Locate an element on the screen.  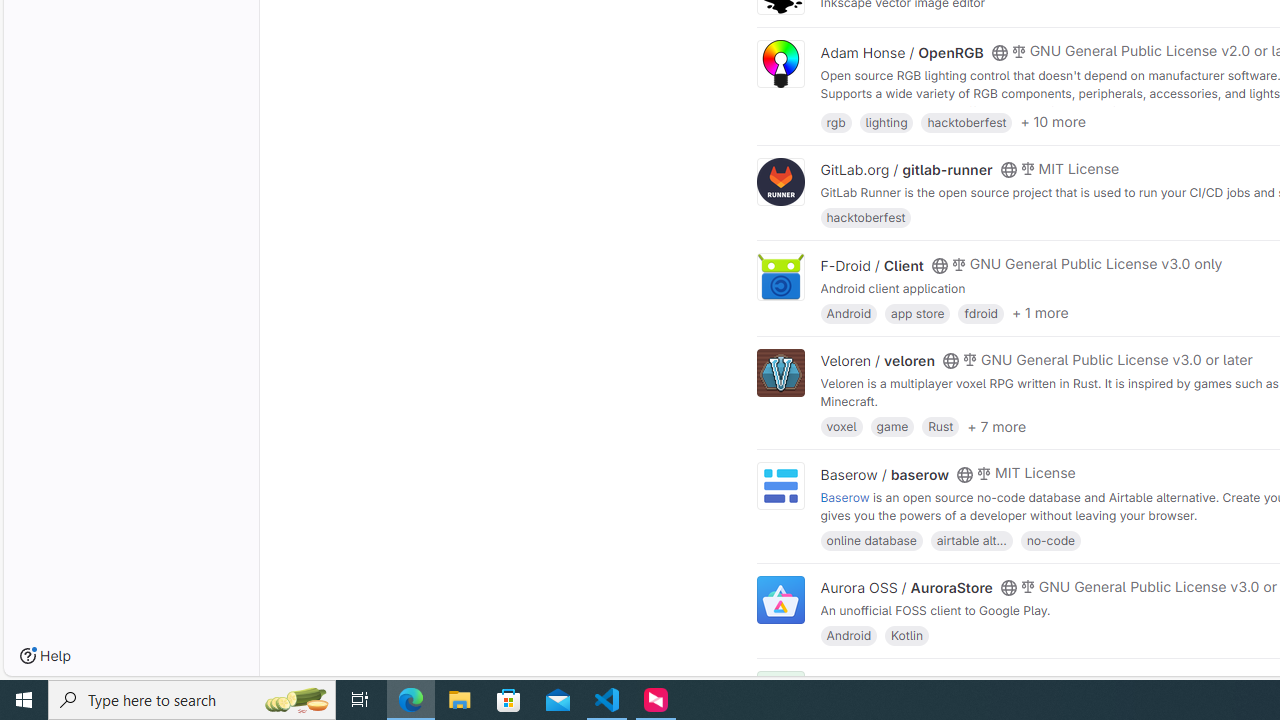
'Kotlin' is located at coordinates (906, 635).